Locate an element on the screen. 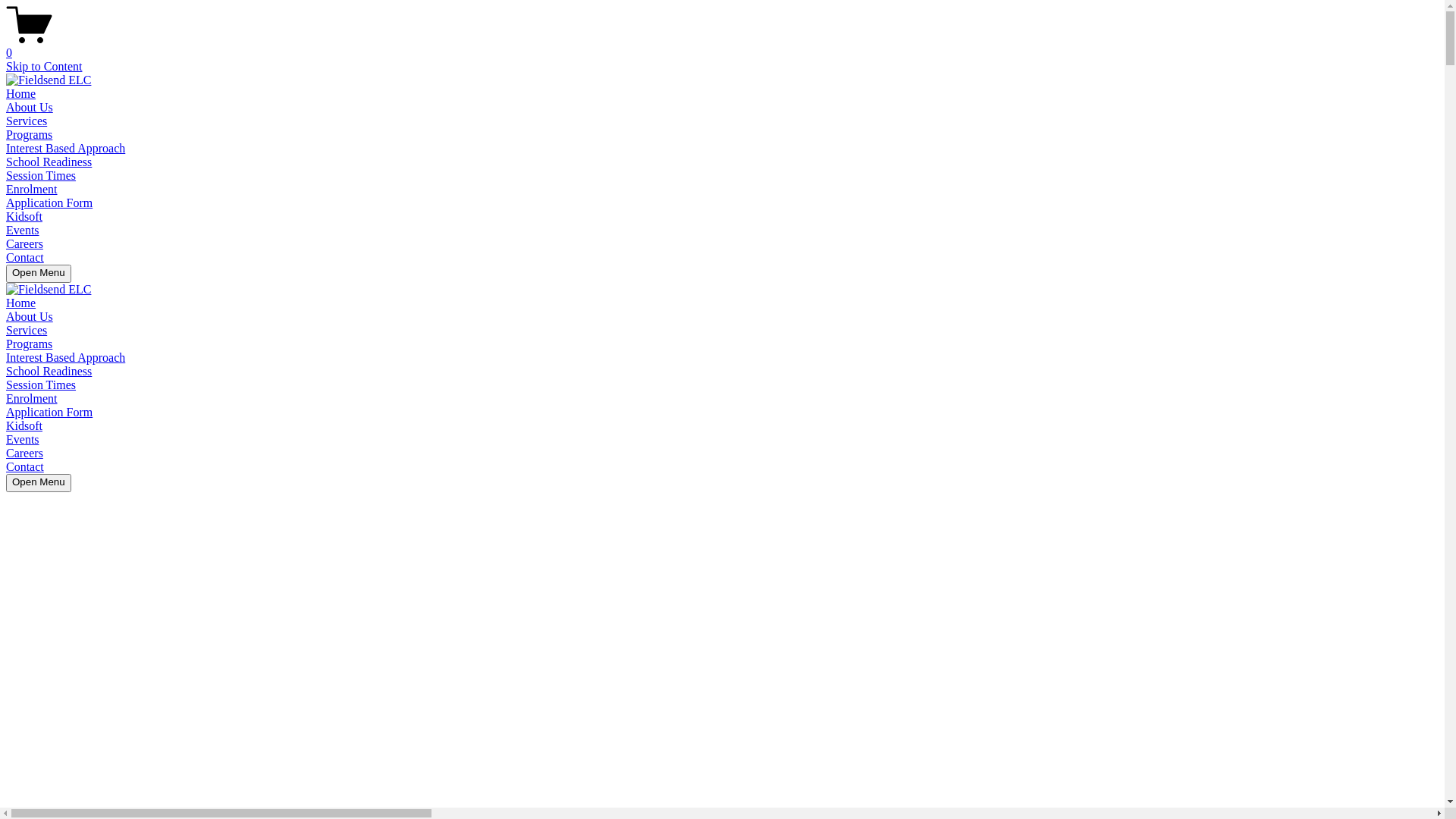 This screenshot has width=1456, height=819. 'Session Times' is located at coordinates (6, 174).